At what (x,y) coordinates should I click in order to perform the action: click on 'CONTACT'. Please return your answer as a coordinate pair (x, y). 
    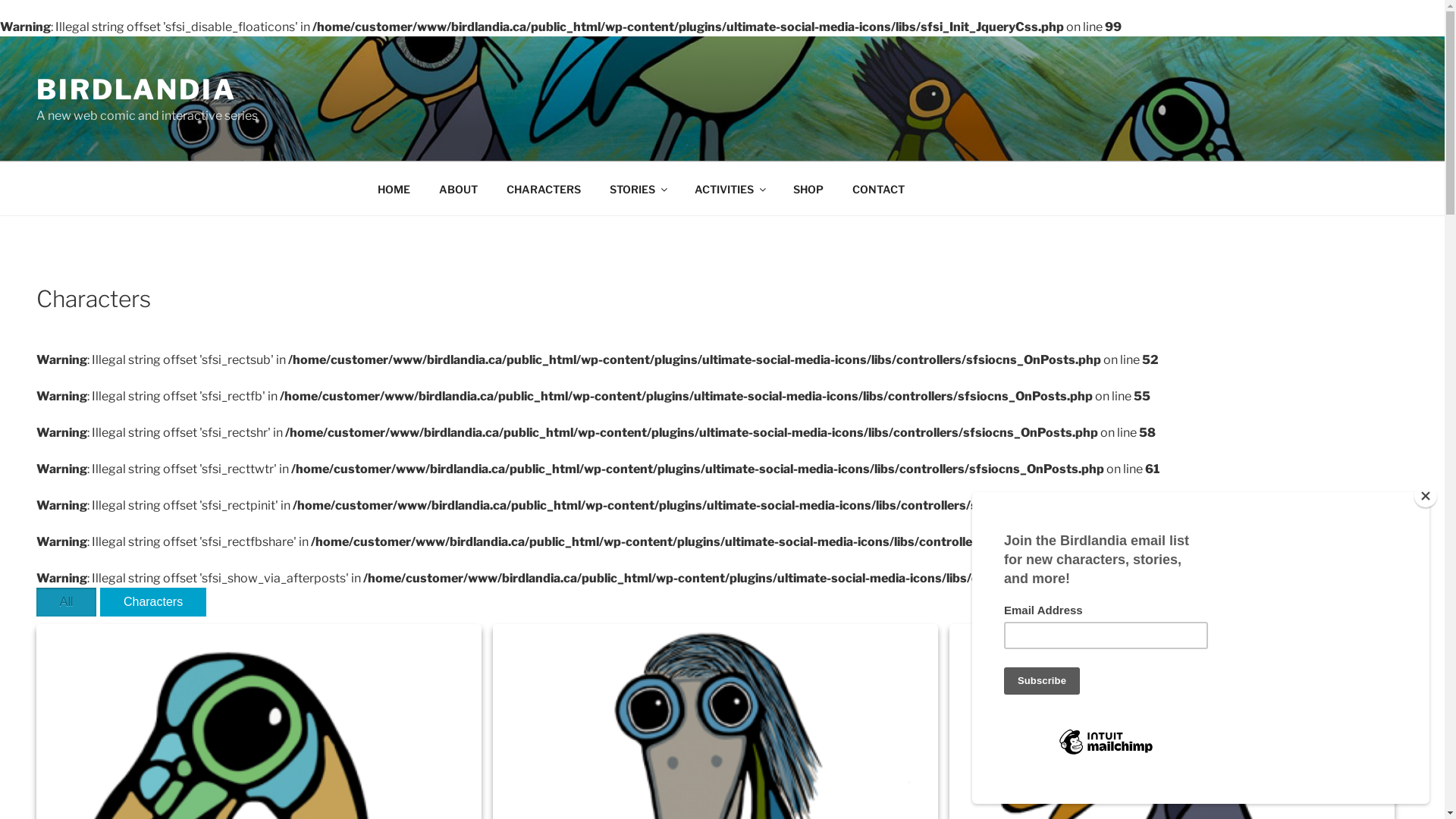
    Looking at the image, I should click on (877, 187).